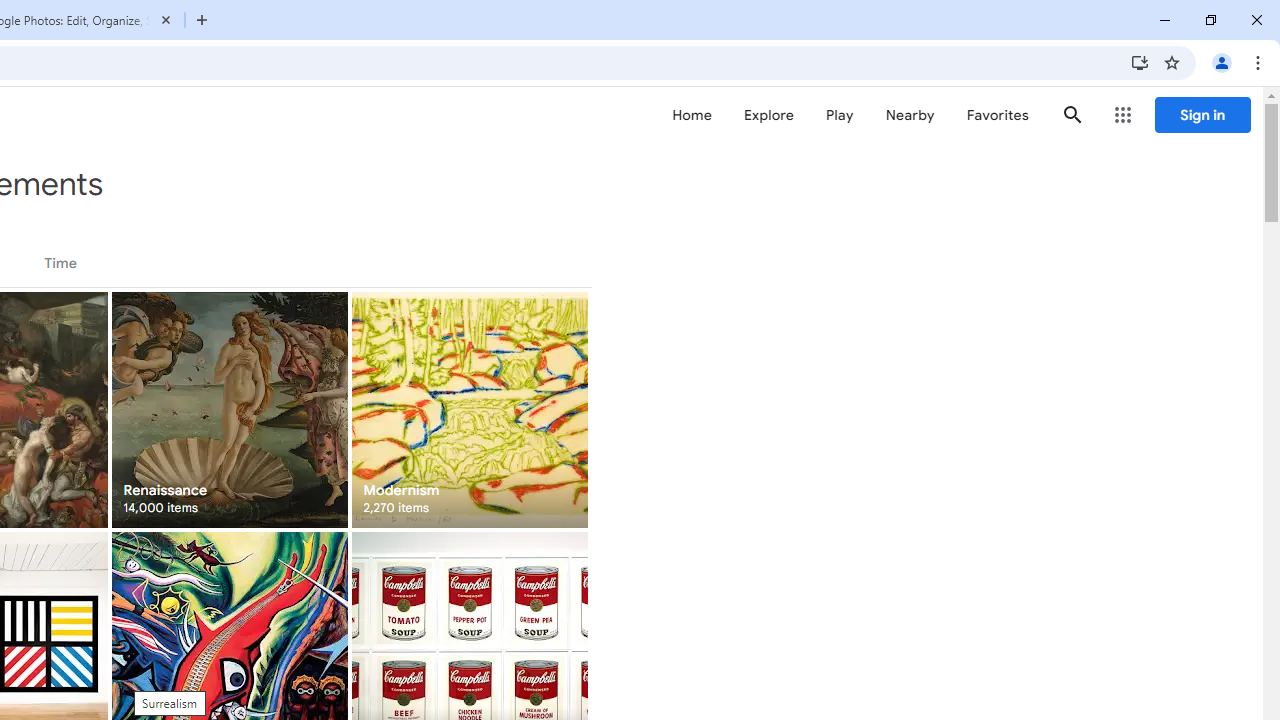  Describe the element at coordinates (60, 262) in the screenshot. I see `'Time'` at that location.